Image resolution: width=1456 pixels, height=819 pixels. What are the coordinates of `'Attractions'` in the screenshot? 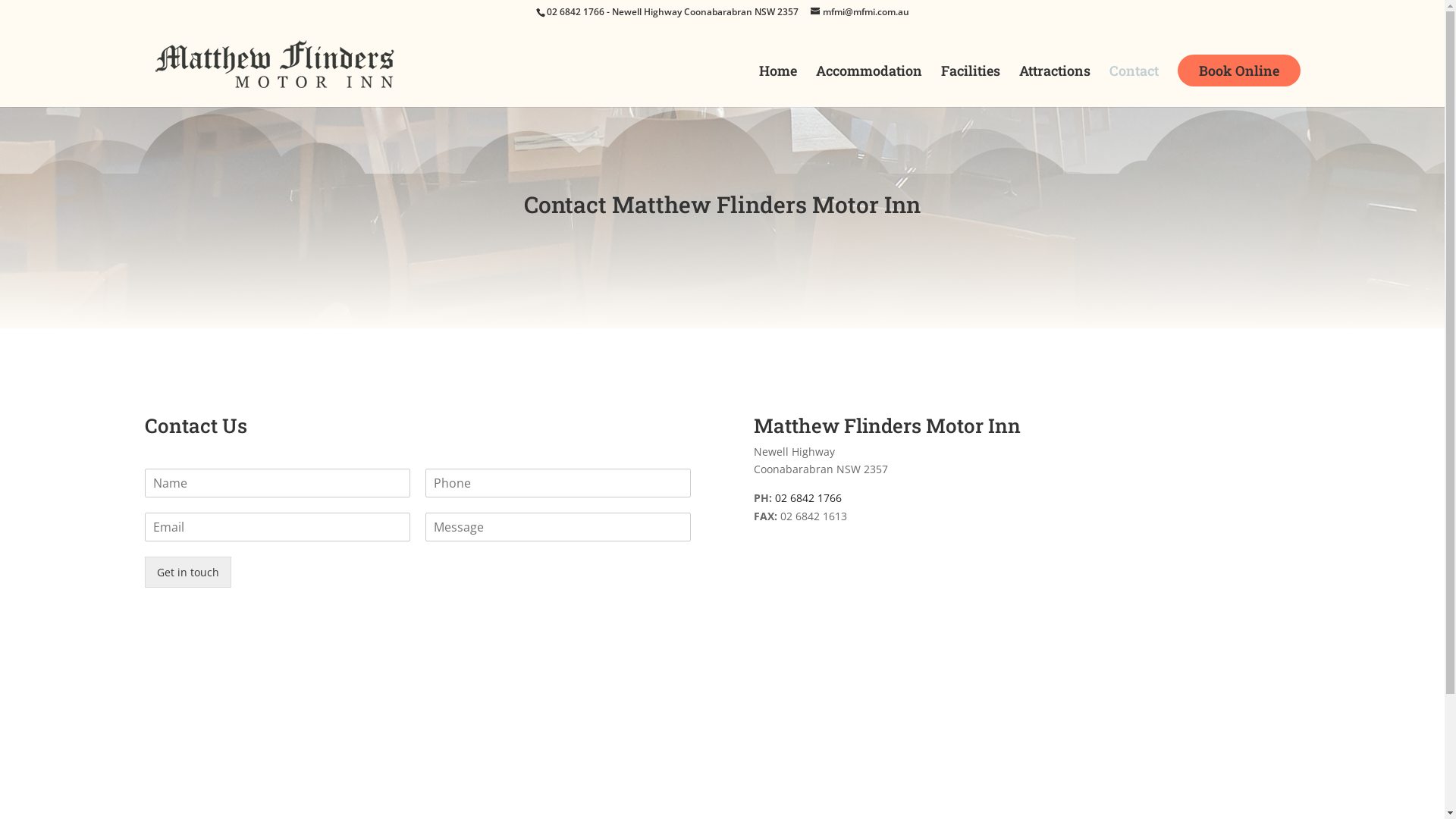 It's located at (1054, 86).